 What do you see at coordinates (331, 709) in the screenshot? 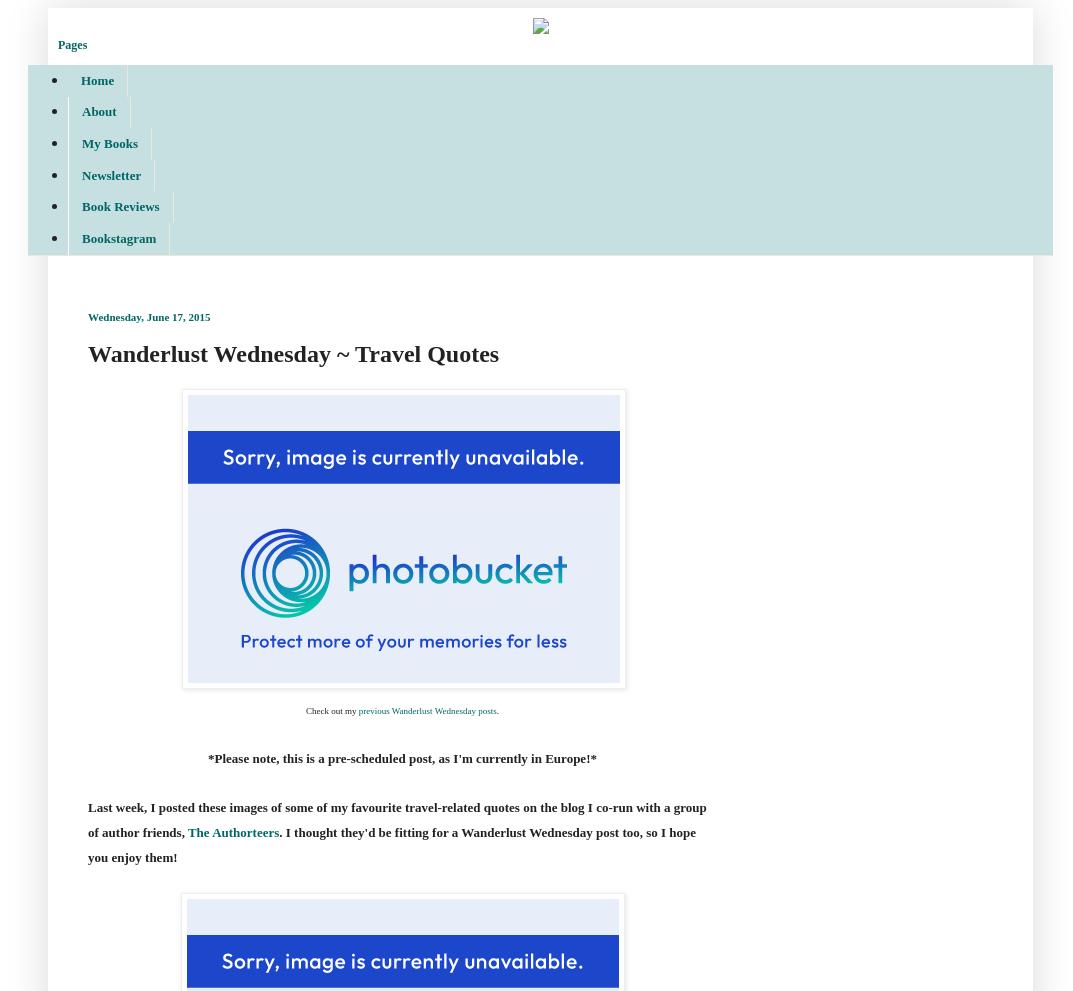
I see `'Check out my'` at bounding box center [331, 709].